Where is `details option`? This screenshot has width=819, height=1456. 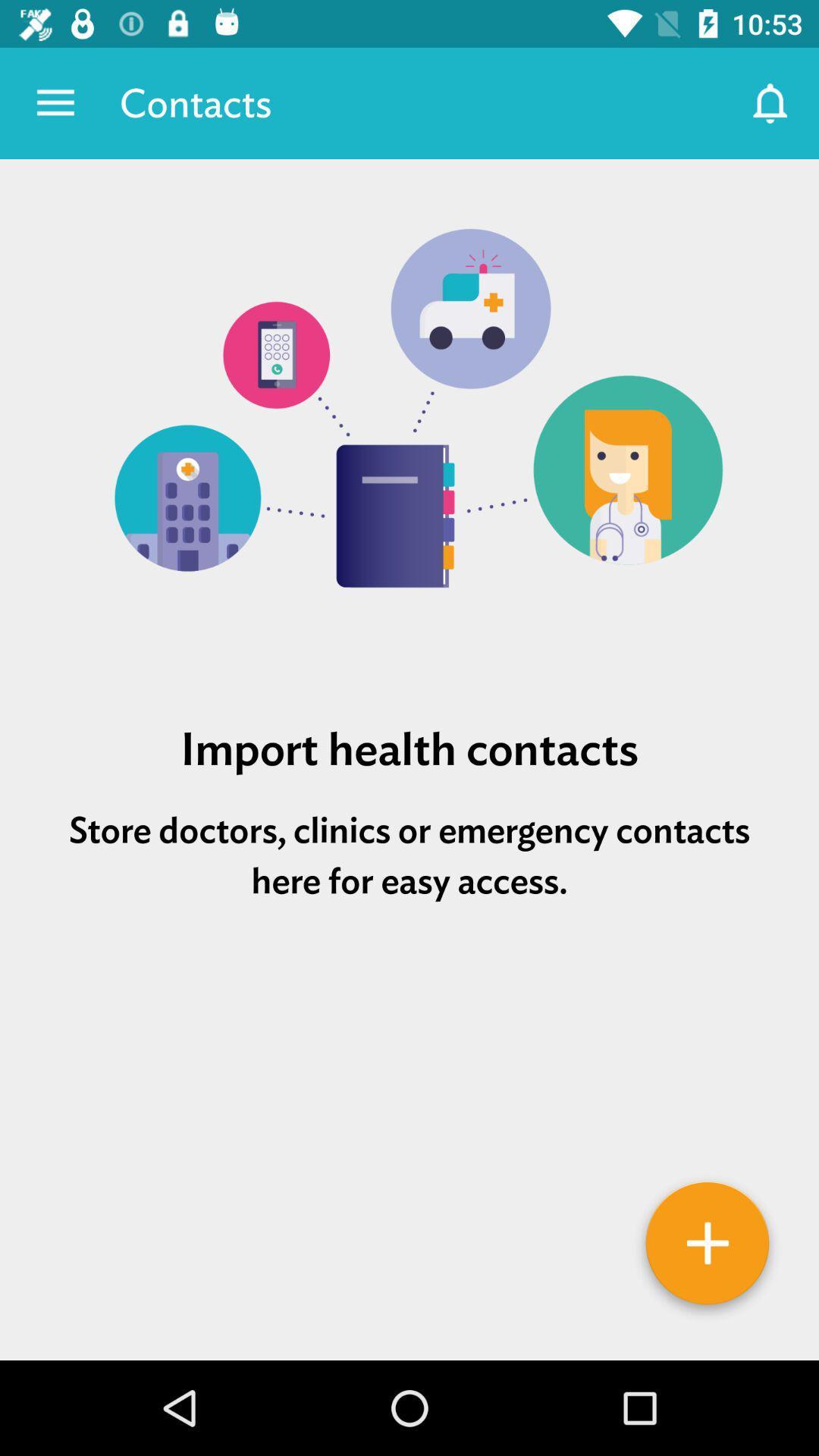
details option is located at coordinates (708, 1248).